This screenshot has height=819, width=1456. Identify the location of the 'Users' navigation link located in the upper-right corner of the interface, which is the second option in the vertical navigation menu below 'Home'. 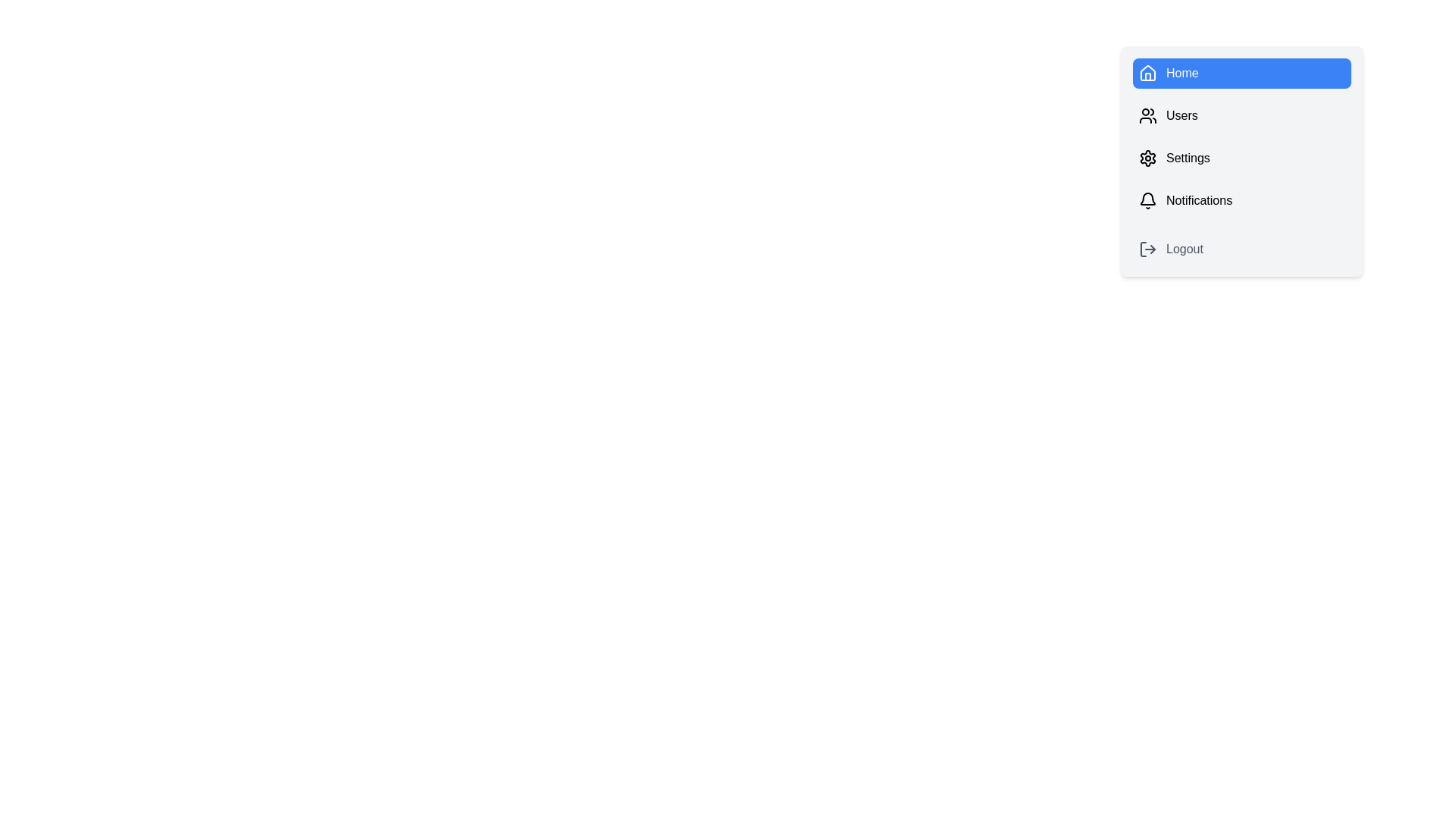
(1241, 115).